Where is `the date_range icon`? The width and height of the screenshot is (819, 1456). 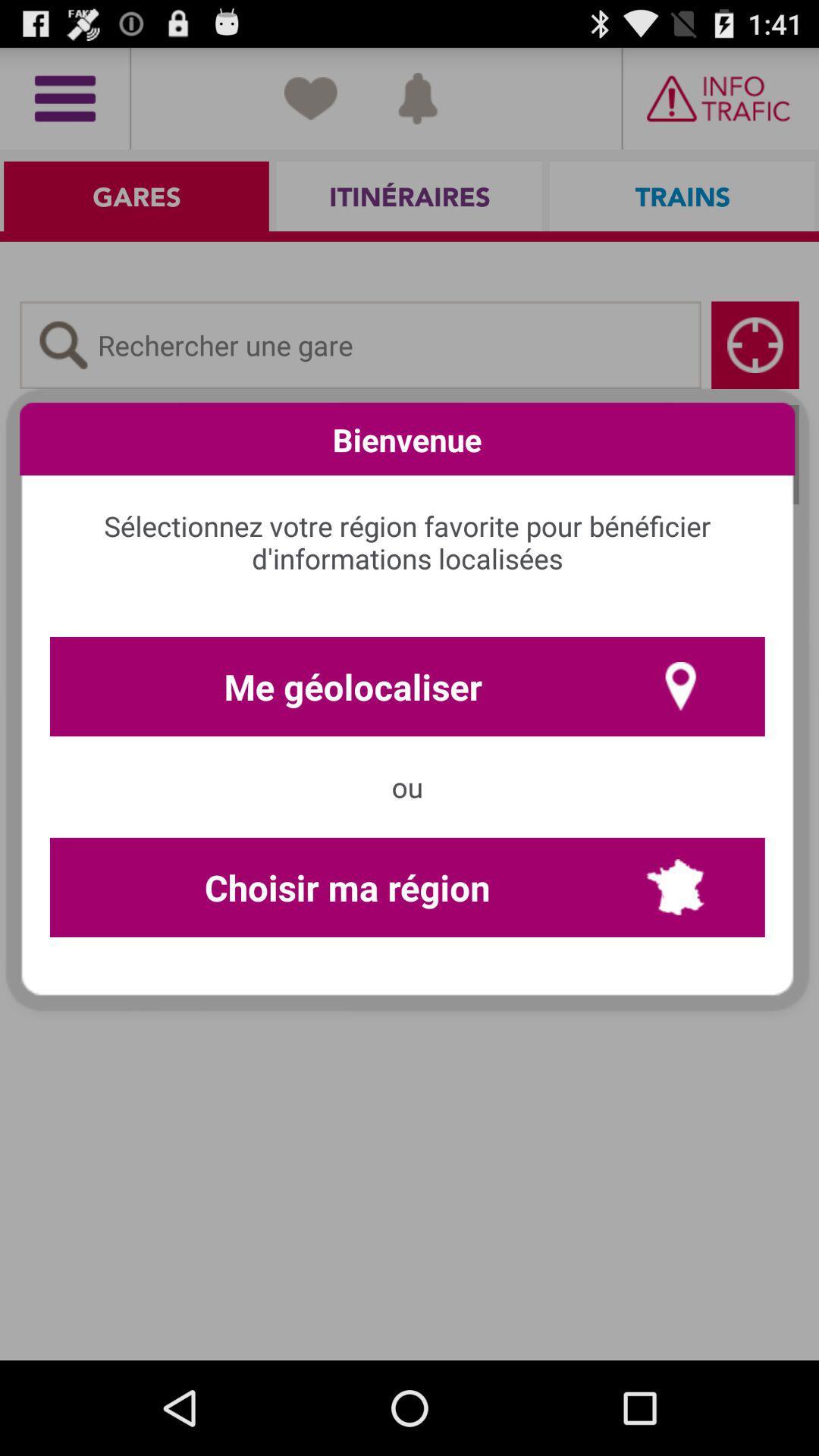 the date_range icon is located at coordinates (719, 105).